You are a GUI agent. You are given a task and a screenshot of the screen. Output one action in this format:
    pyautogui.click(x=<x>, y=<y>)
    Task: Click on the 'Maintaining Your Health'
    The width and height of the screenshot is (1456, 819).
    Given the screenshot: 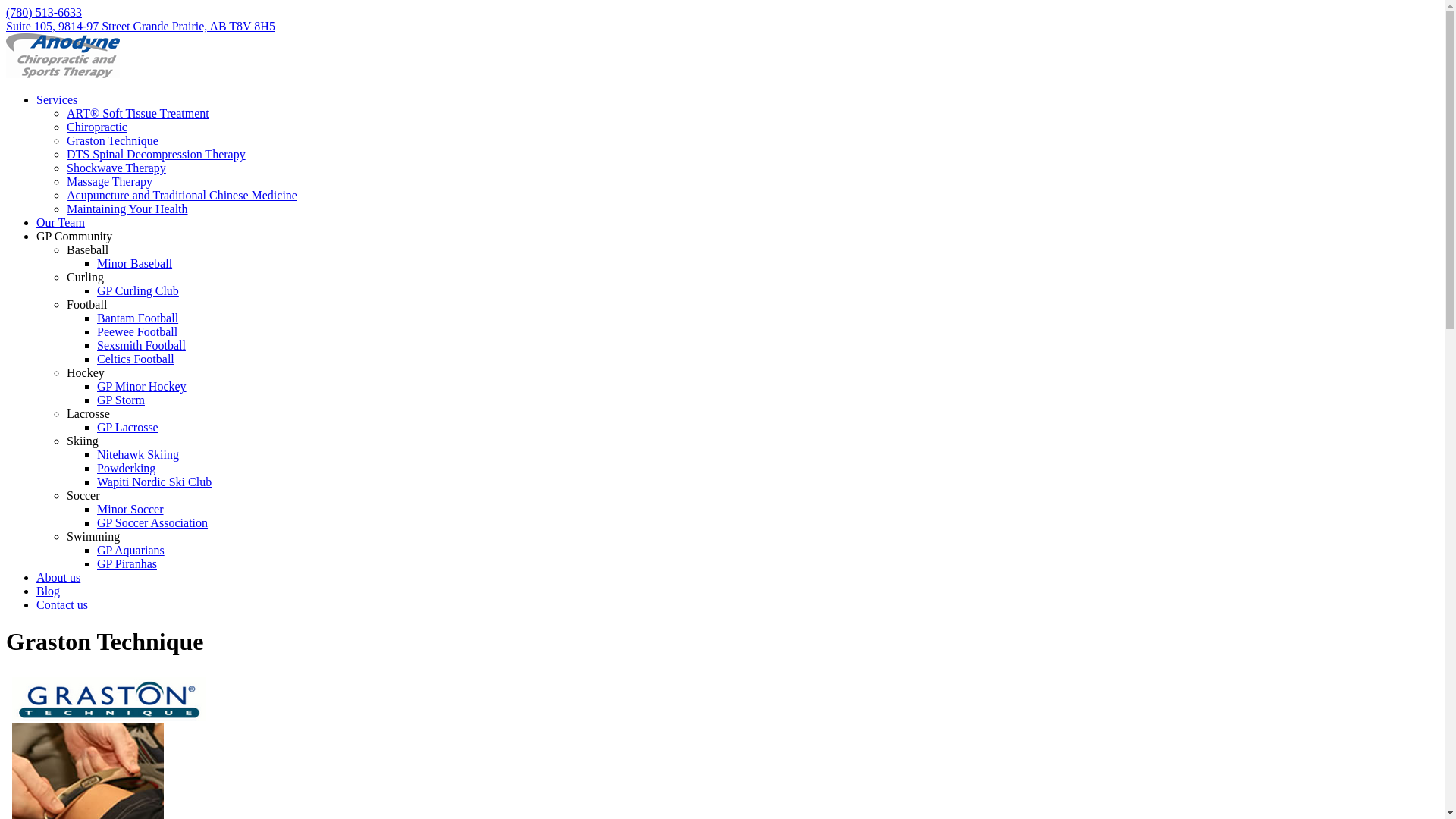 What is the action you would take?
    pyautogui.click(x=65, y=209)
    